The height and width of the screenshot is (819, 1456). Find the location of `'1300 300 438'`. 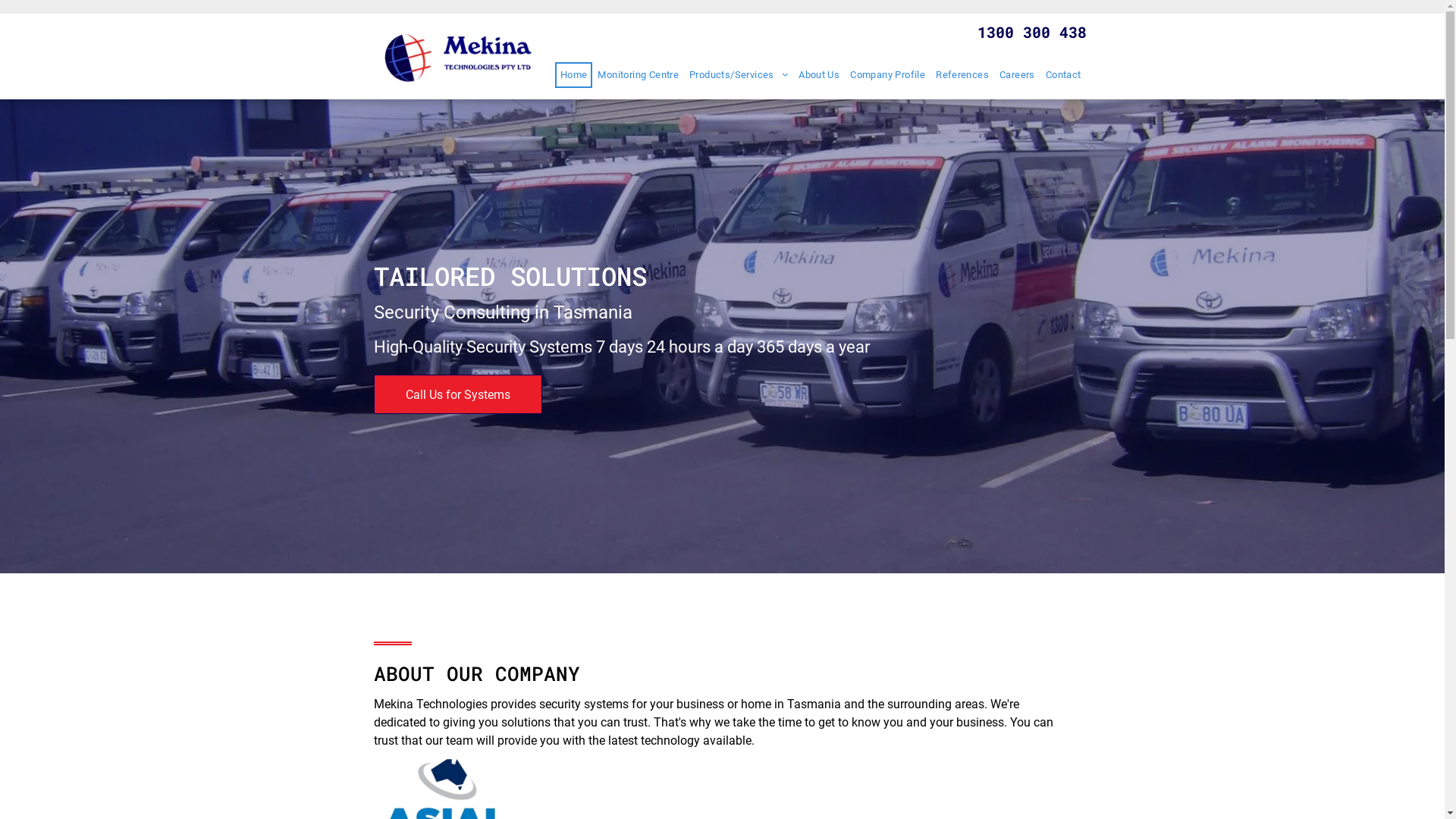

'1300 300 438' is located at coordinates (1031, 32).